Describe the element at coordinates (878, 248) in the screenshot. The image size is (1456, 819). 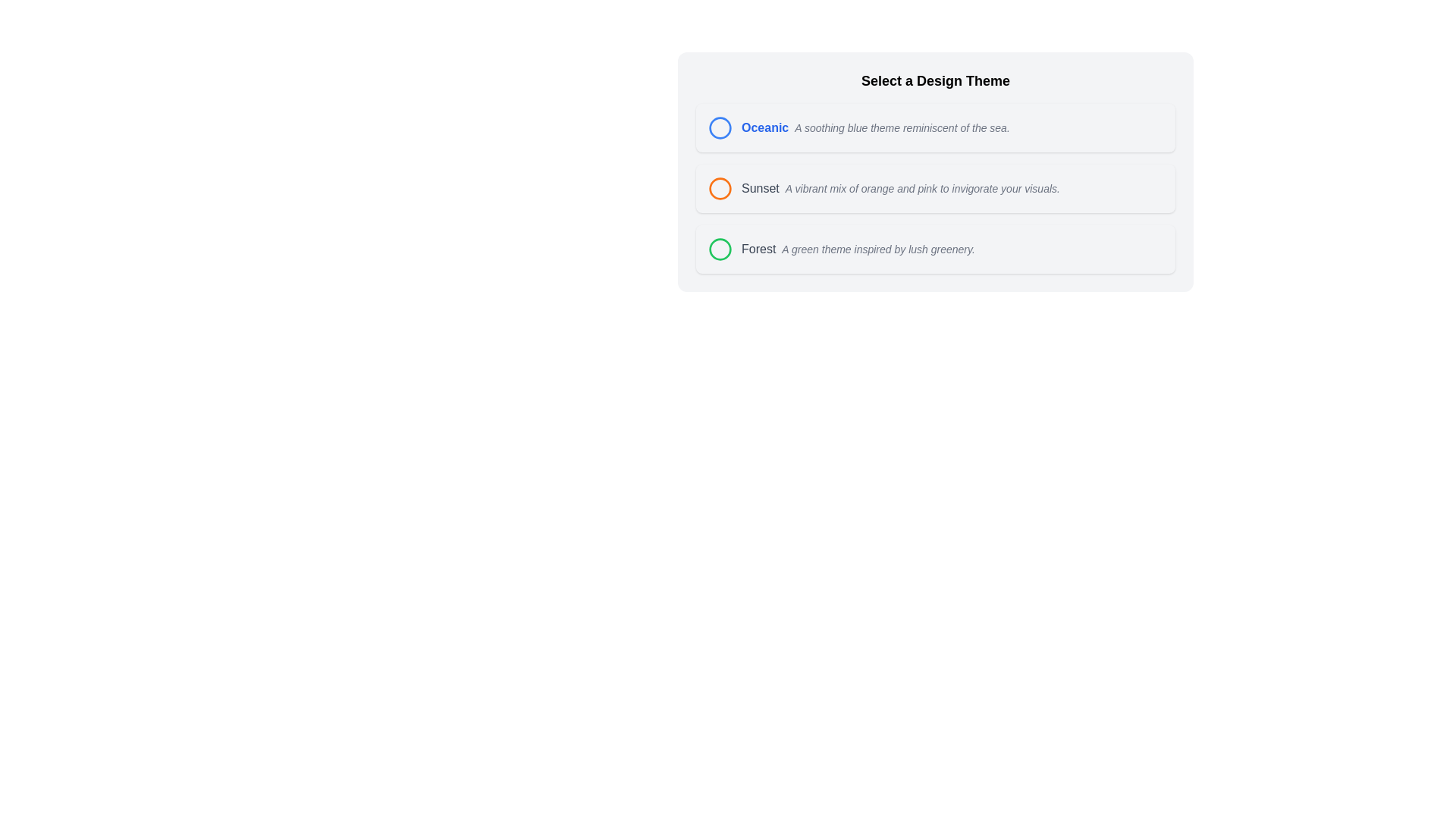
I see `the text snippet reading 'A green theme inspired by lush greenery.' which is located to the right of the 'Forest' label and underneath a green circular icon` at that location.